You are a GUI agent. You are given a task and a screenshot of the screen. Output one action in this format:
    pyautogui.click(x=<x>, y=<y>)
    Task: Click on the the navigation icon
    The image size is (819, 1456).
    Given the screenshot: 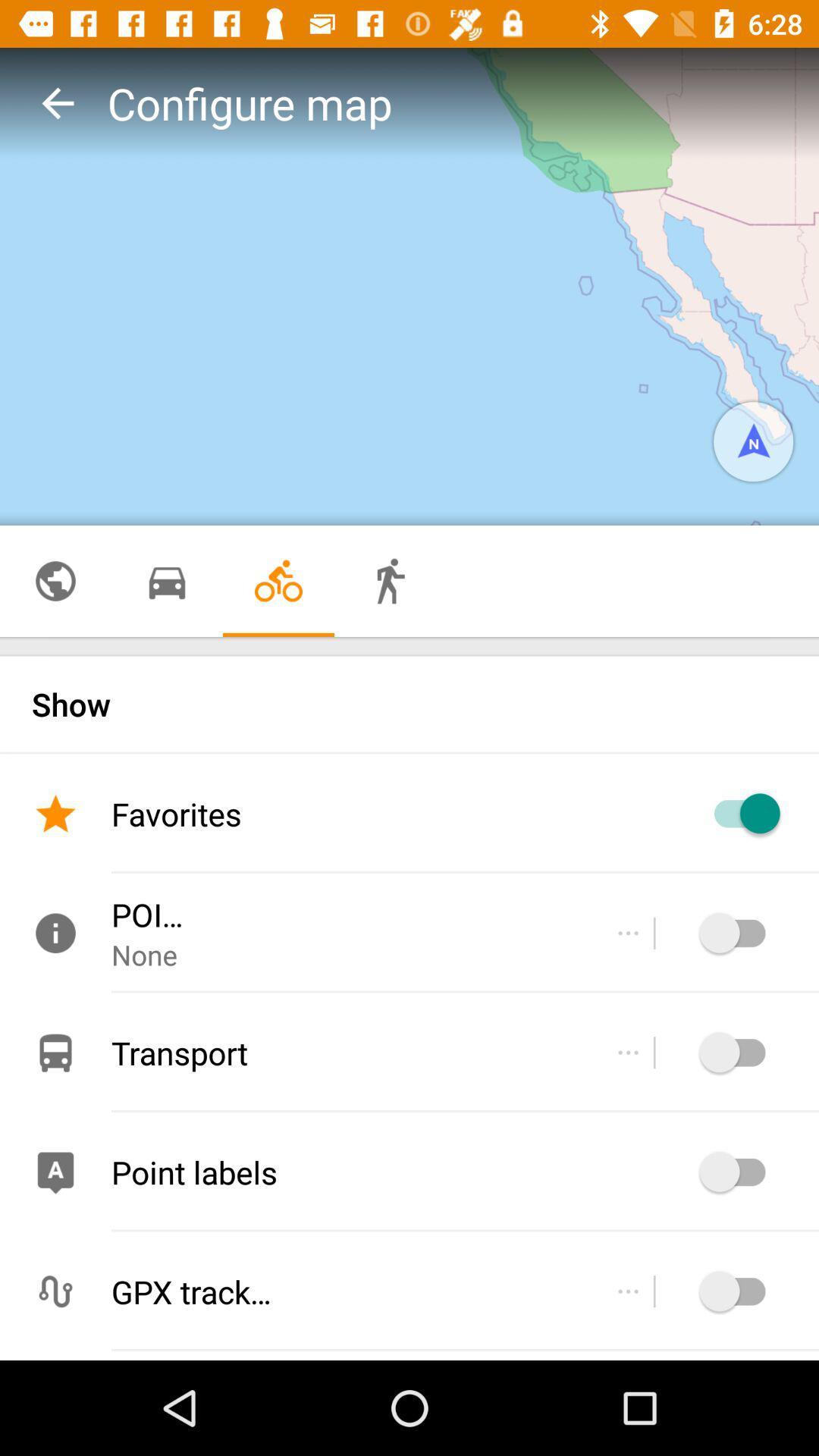 What is the action you would take?
    pyautogui.click(x=753, y=441)
    